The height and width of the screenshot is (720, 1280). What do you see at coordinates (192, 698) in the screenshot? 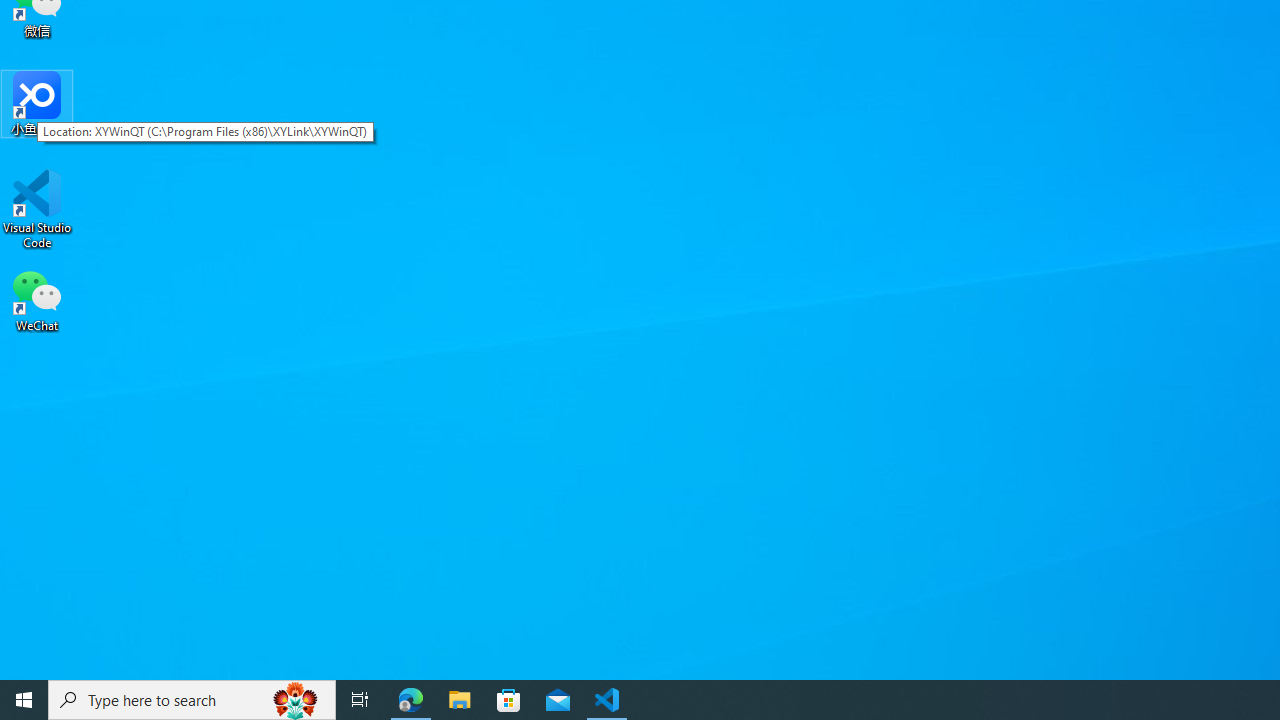
I see `'Type here to search'` at bounding box center [192, 698].